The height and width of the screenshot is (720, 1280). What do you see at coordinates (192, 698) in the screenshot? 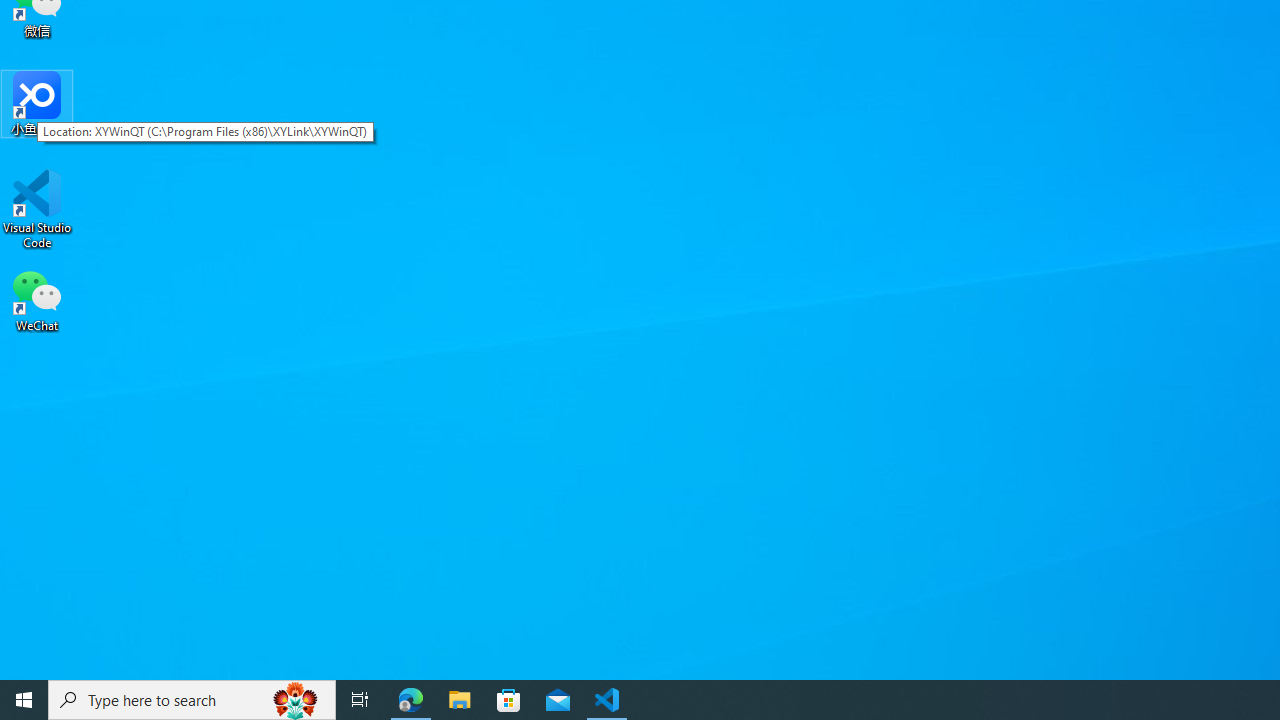
I see `'Type here to search'` at bounding box center [192, 698].